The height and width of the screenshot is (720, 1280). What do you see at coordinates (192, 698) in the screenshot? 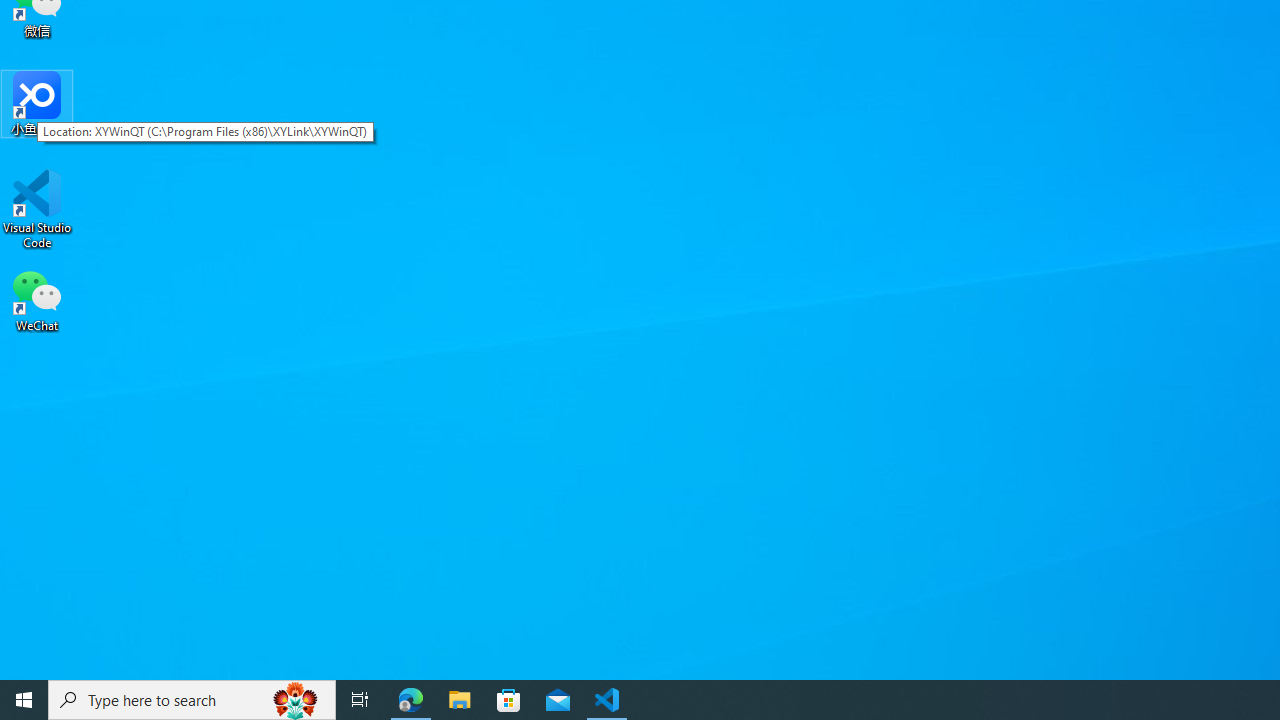
I see `'Type here to search'` at bounding box center [192, 698].